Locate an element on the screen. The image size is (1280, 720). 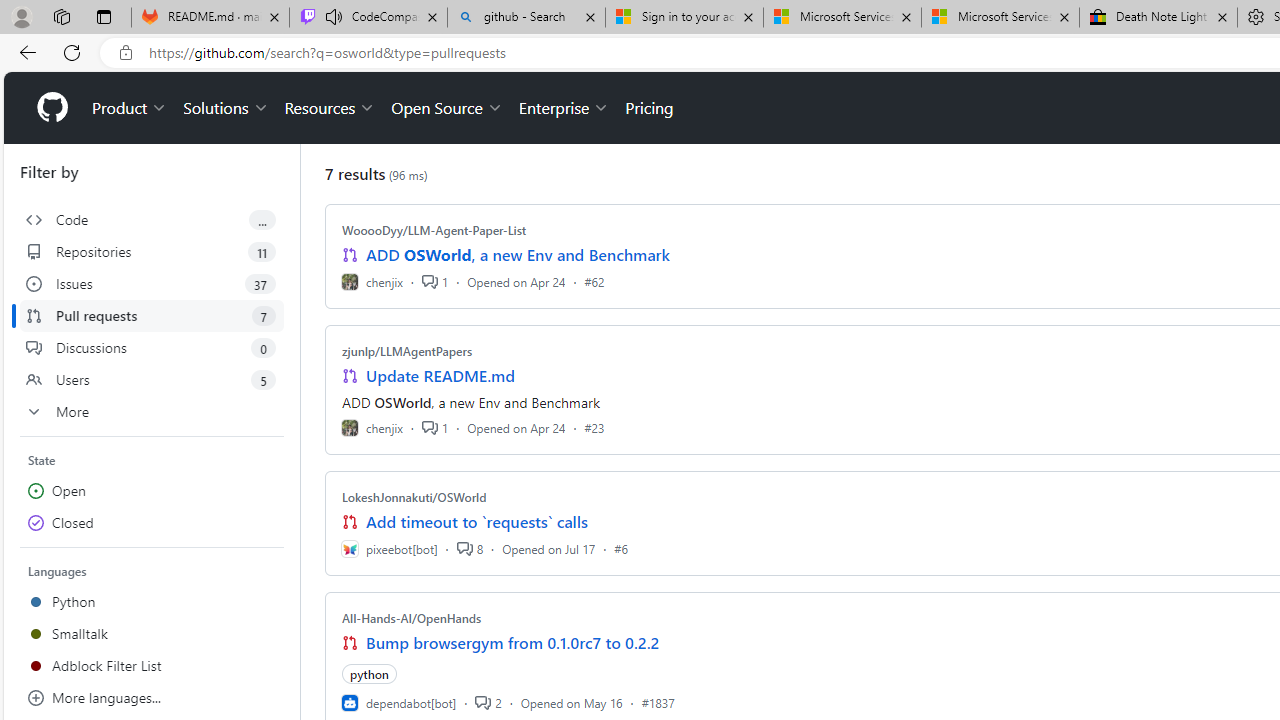
'Bump browsergym from 0.1.0rc7 to 0.2.2' is located at coordinates (513, 642).